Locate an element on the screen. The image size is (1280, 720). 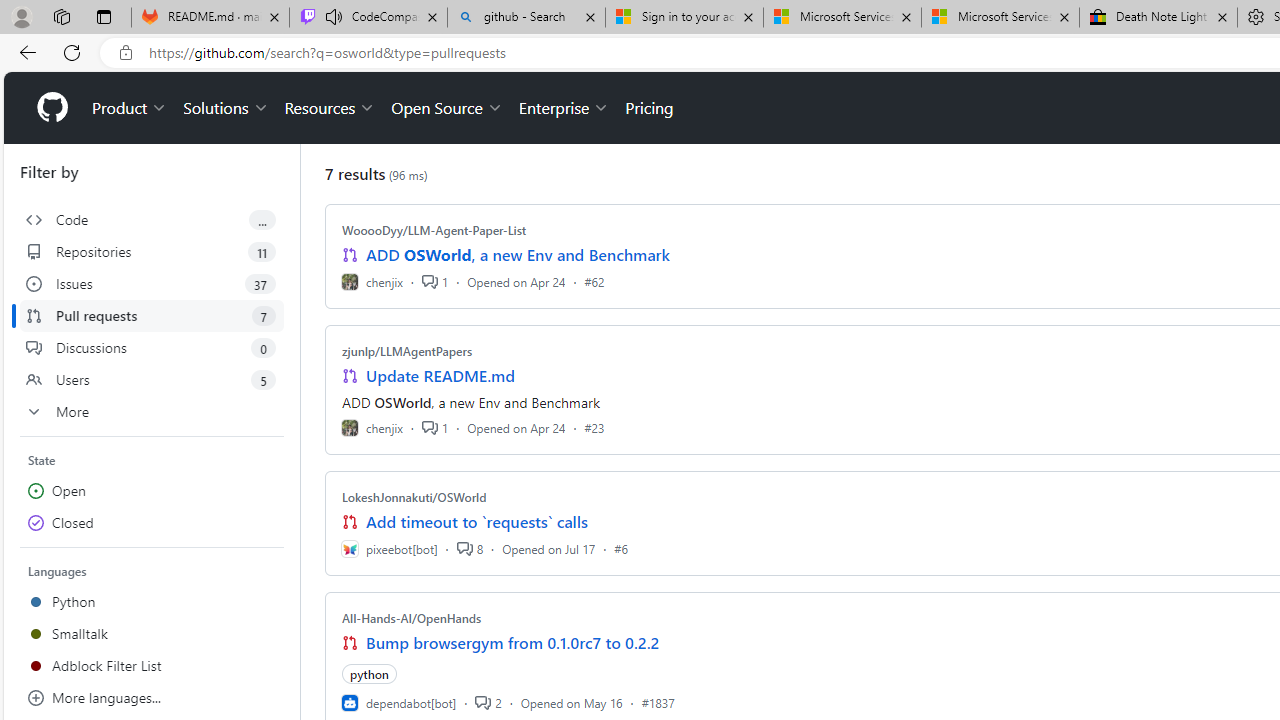
'Bump browsergym from 0.1.0rc7 to 0.2.2' is located at coordinates (513, 642).